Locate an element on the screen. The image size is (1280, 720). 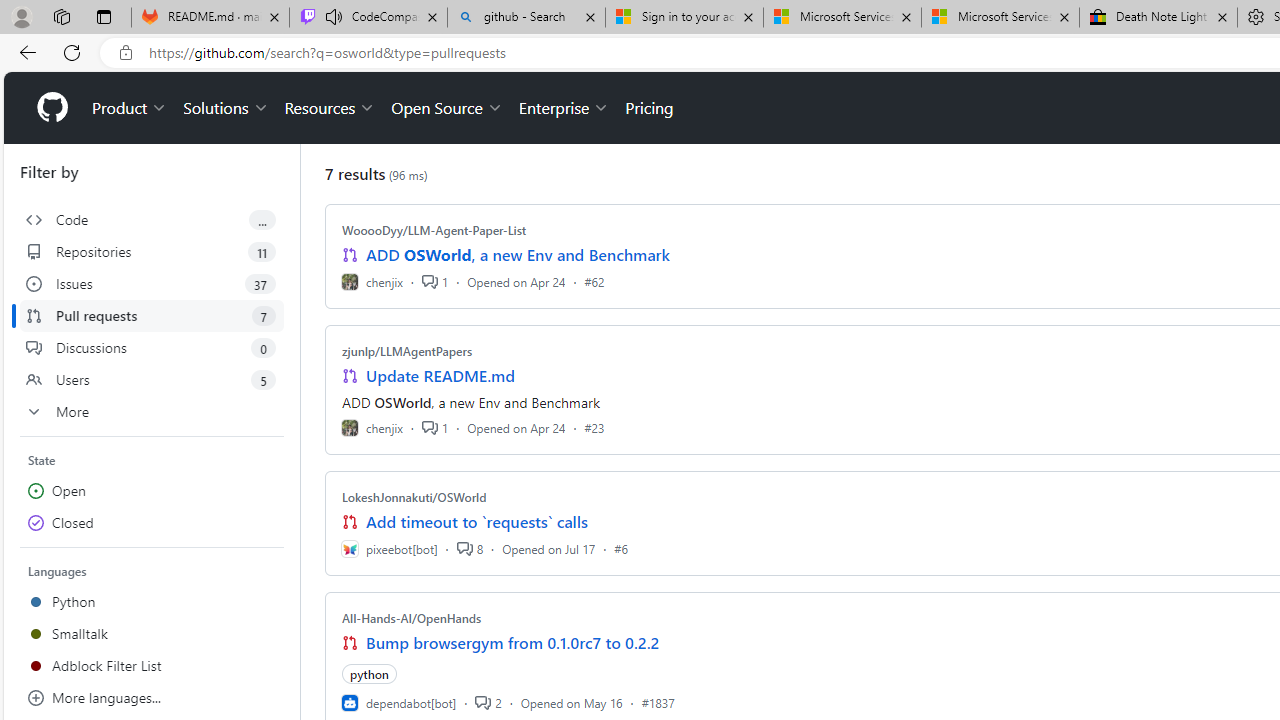
'Bump browsergym from 0.1.0rc7 to 0.2.2' is located at coordinates (513, 642).